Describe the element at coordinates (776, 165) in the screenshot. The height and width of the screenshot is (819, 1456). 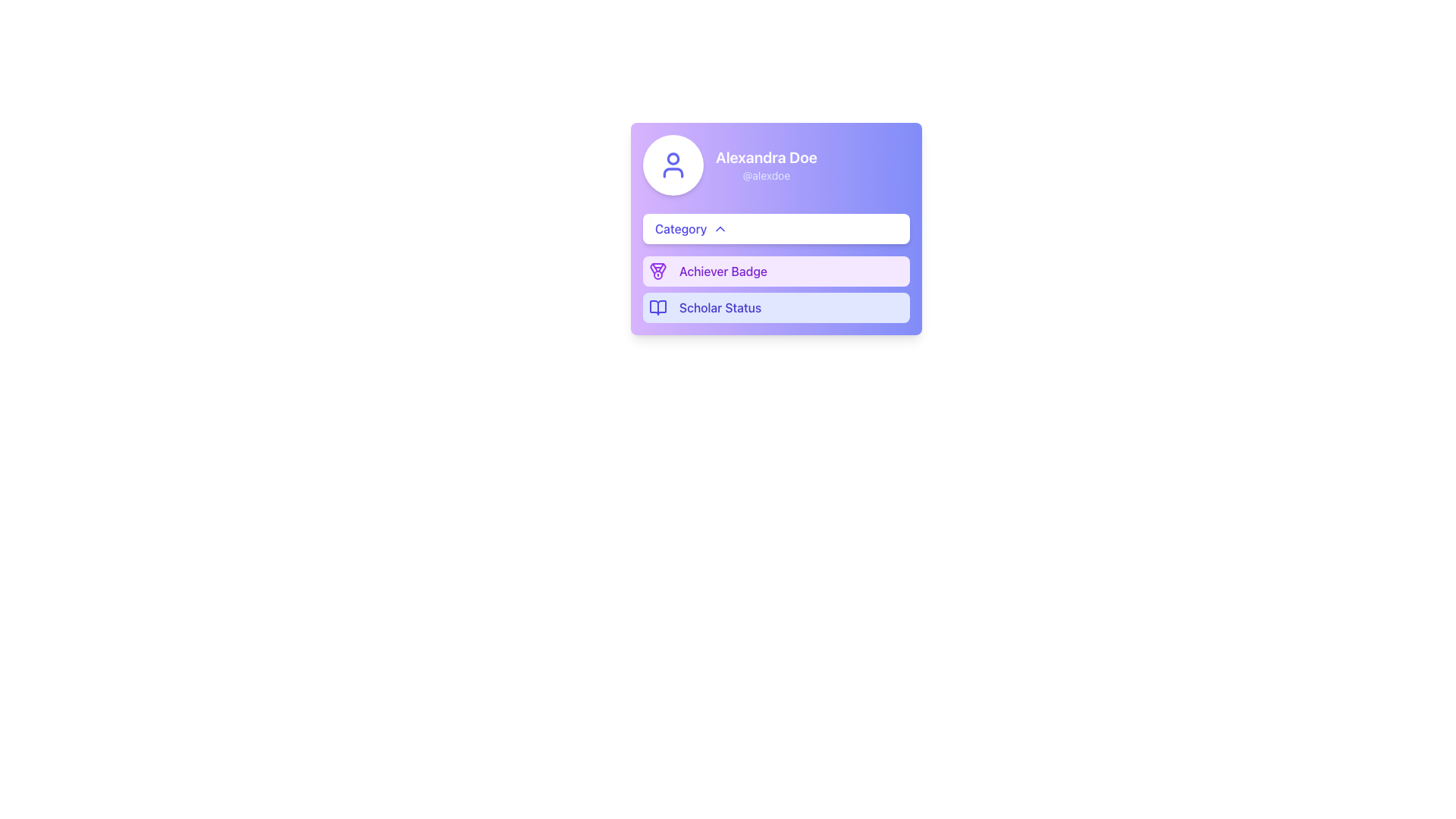
I see `the Profile Card Header, which features a circular avatar icon and the name 'Alexandra Doe' in bold white font, set against a gradient background from purple to indigo` at that location.